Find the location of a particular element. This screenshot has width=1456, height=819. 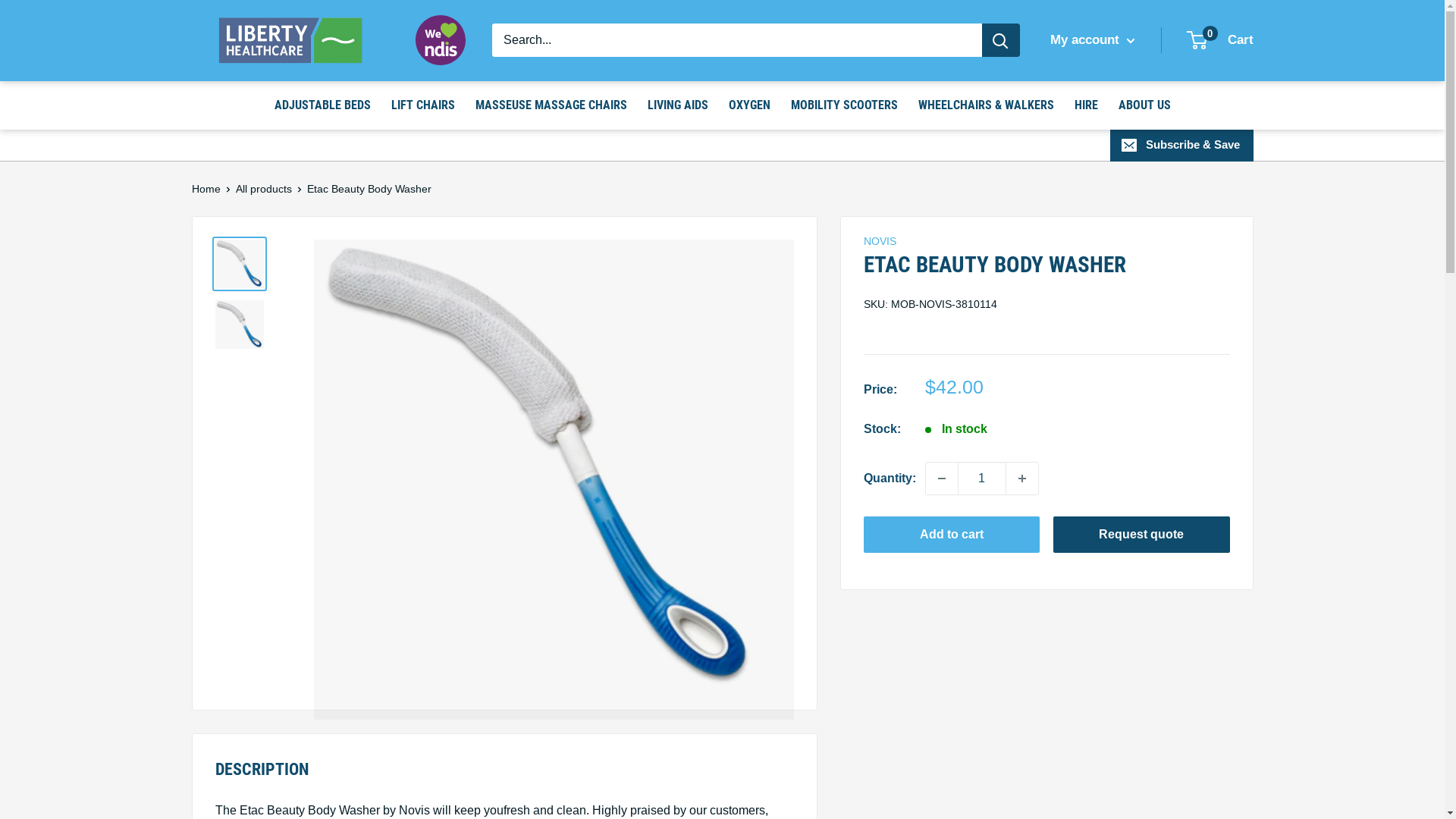

'Registered NDIS Provider' is located at coordinates (439, 39).